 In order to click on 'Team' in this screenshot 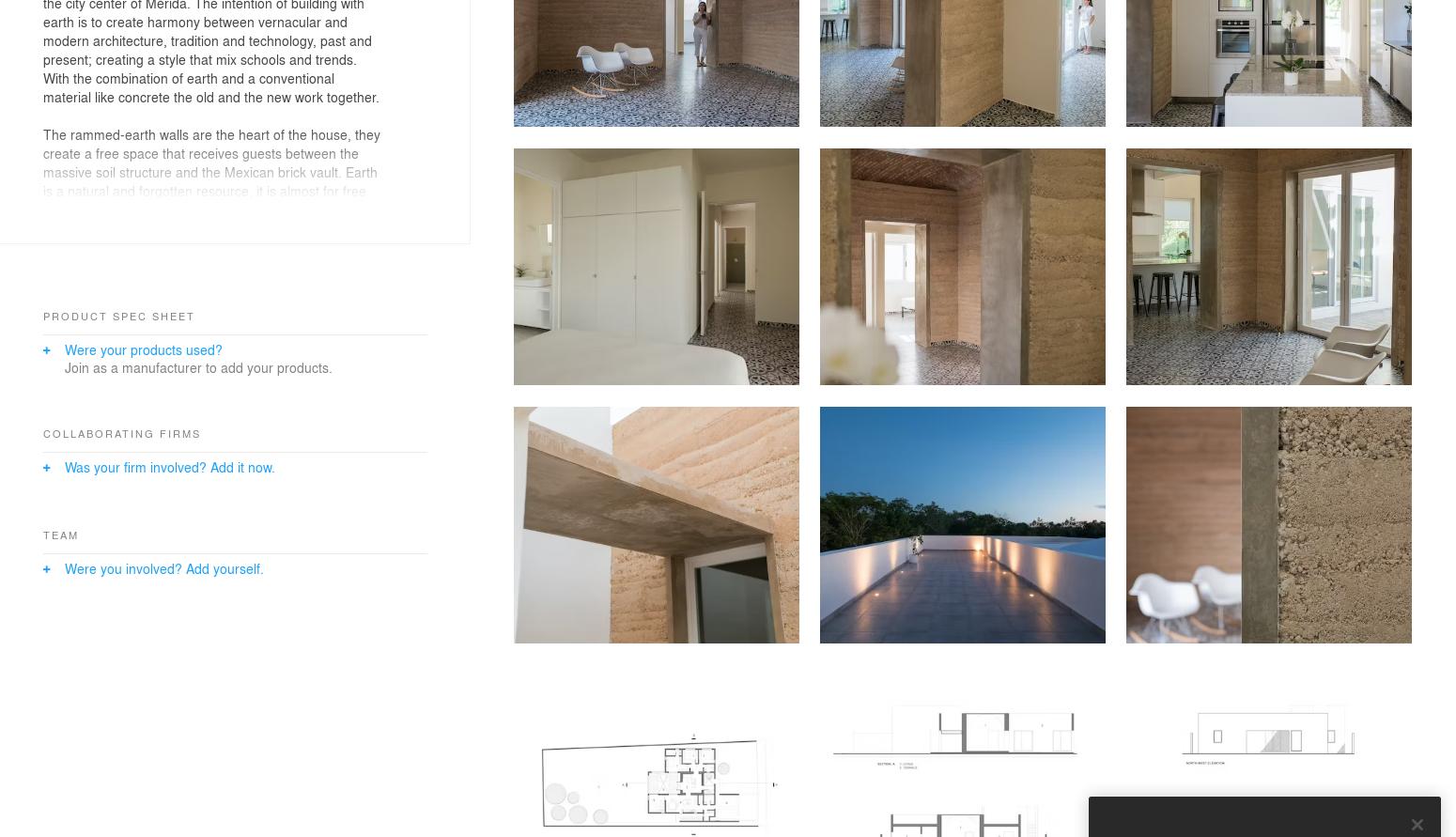, I will do `click(59, 534)`.